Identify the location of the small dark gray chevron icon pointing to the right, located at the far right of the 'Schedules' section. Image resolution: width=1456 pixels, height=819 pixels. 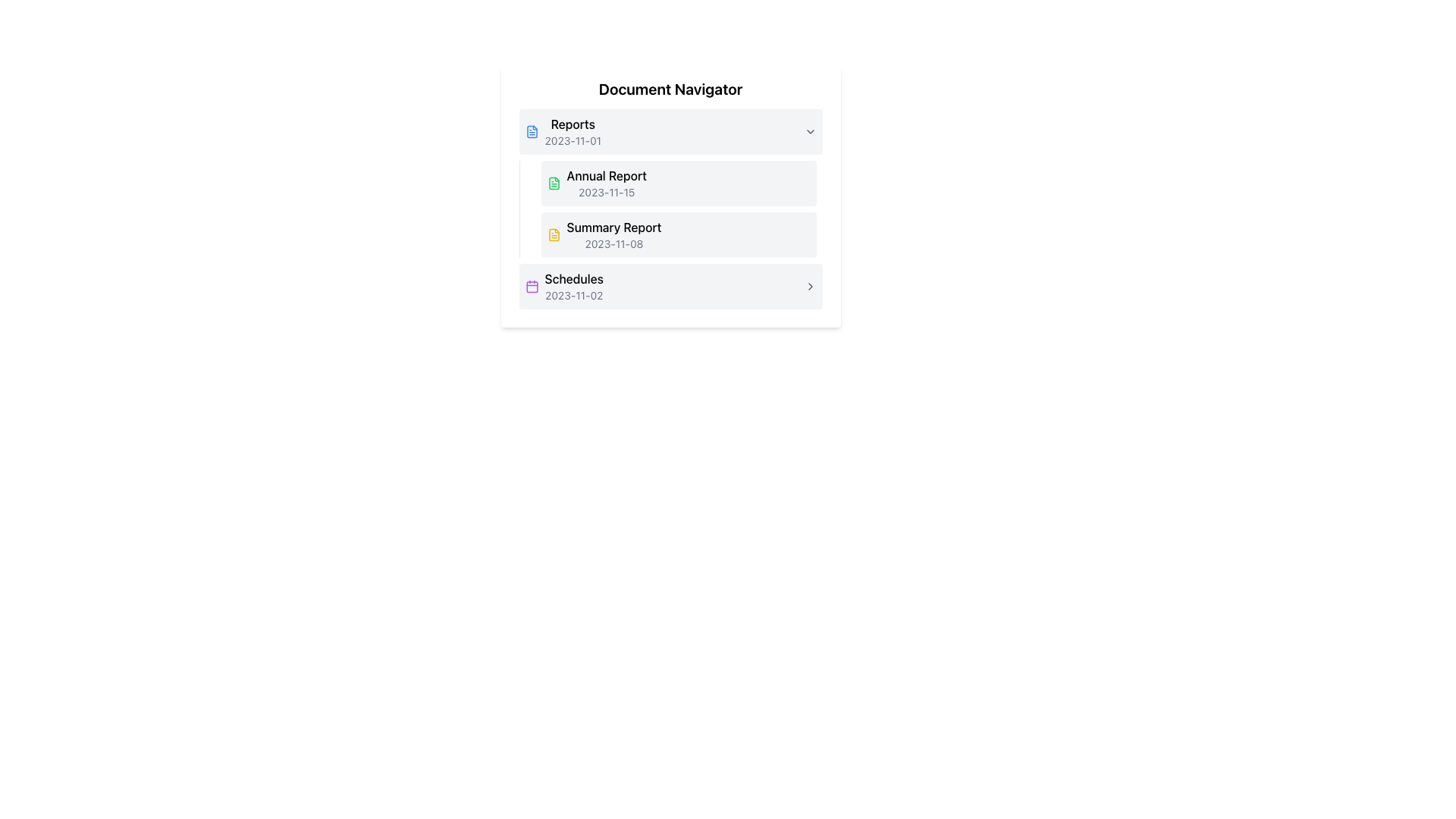
(809, 287).